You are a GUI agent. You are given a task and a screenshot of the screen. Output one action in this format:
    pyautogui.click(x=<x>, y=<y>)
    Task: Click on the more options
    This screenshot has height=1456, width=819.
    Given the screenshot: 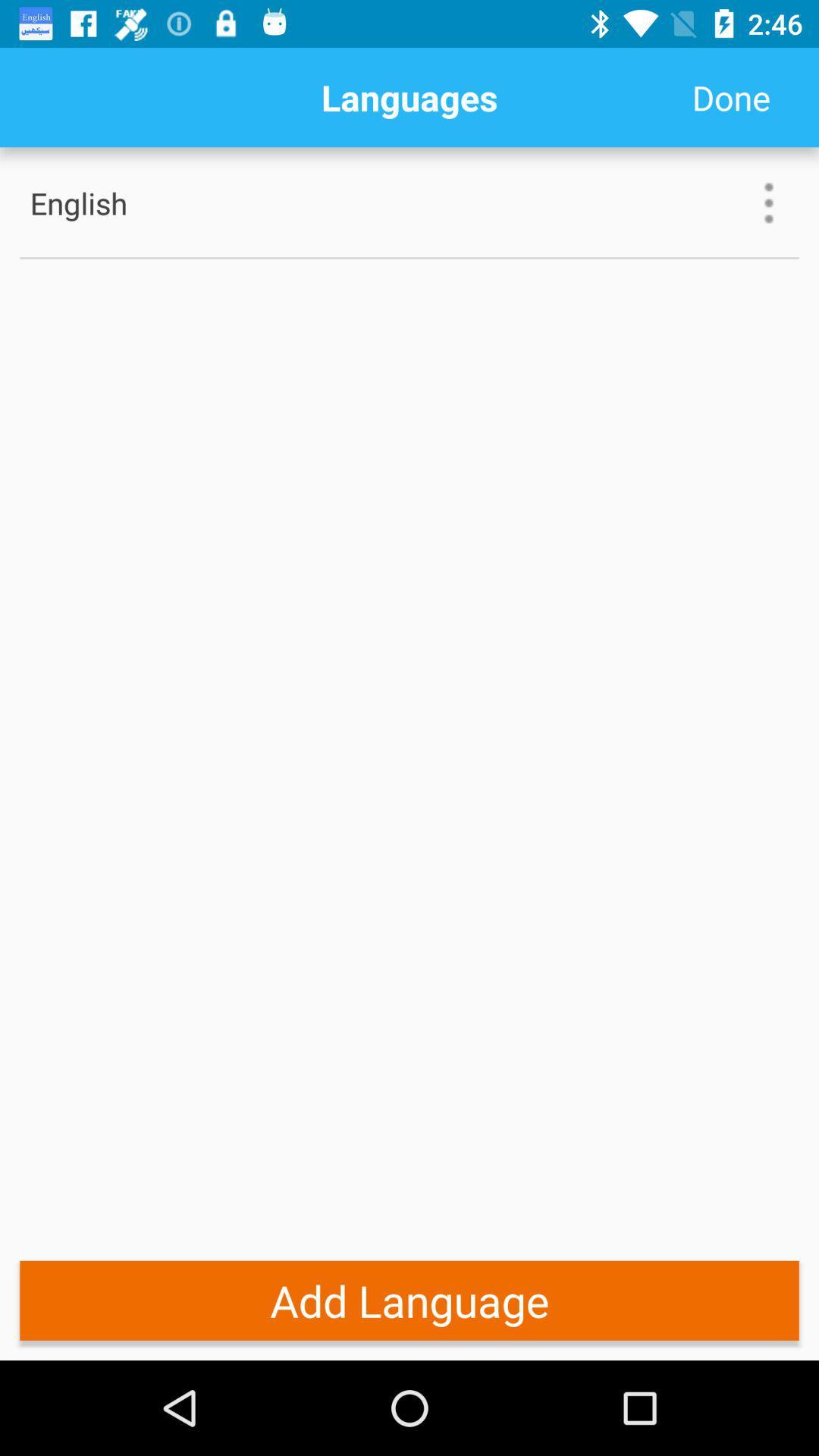 What is the action you would take?
    pyautogui.click(x=769, y=202)
    